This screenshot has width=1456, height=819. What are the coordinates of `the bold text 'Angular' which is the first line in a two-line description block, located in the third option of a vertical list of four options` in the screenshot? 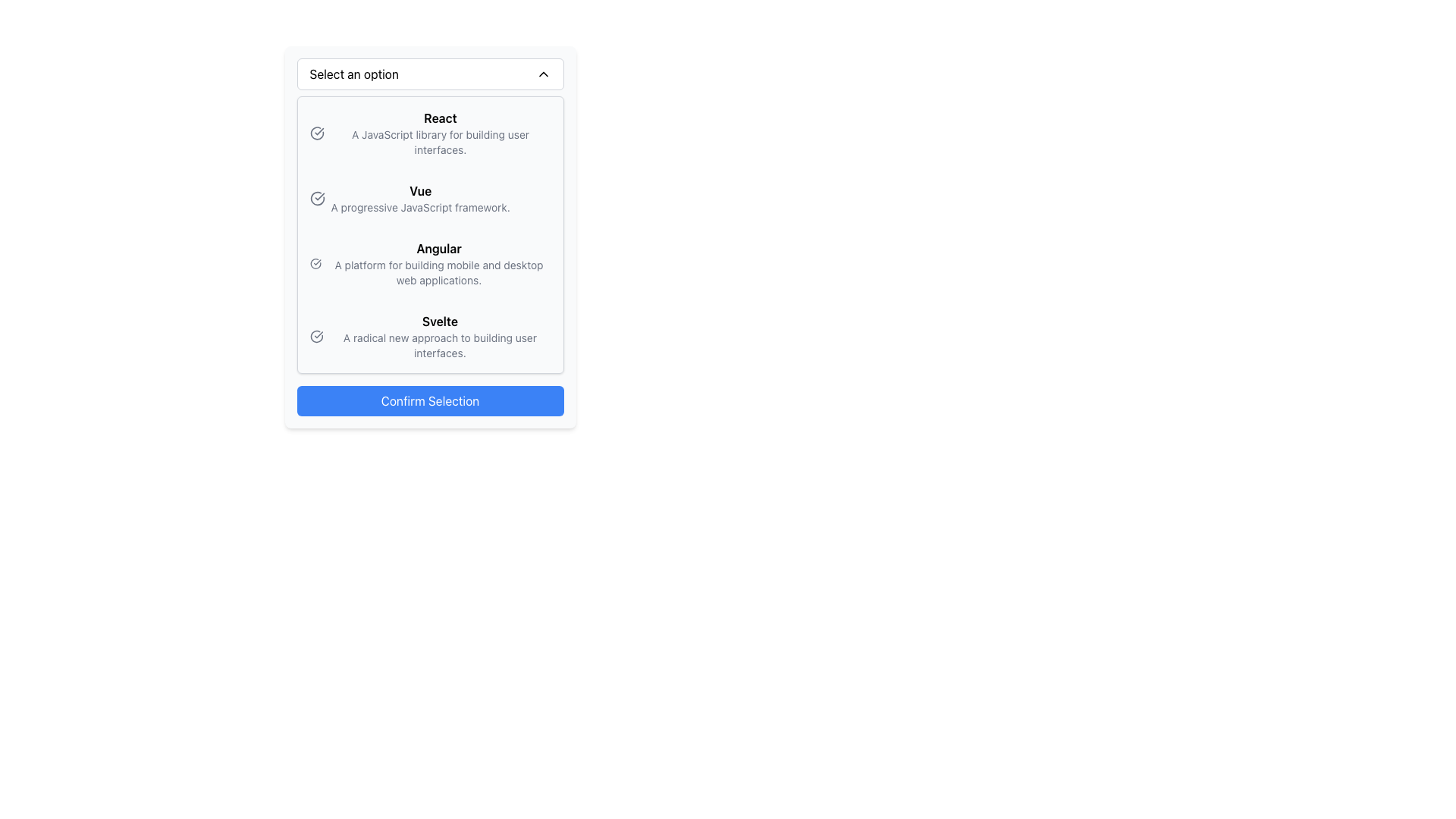 It's located at (438, 247).